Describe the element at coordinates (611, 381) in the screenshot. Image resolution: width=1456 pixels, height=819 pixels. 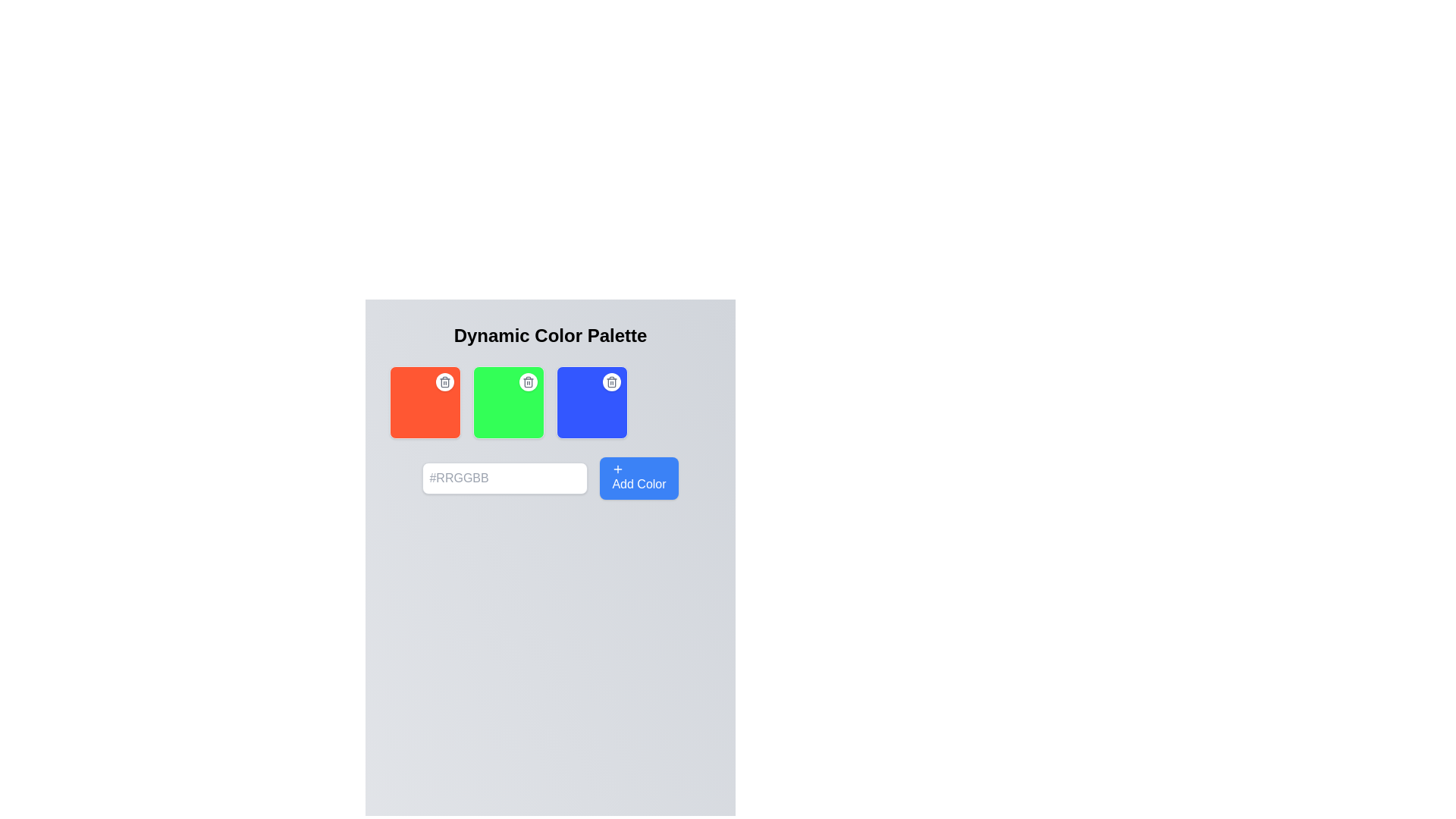
I see `the delete button located at the top right corner of the blue rectangular color card in the third position under the 'Dynamic Color Palette' section` at that location.